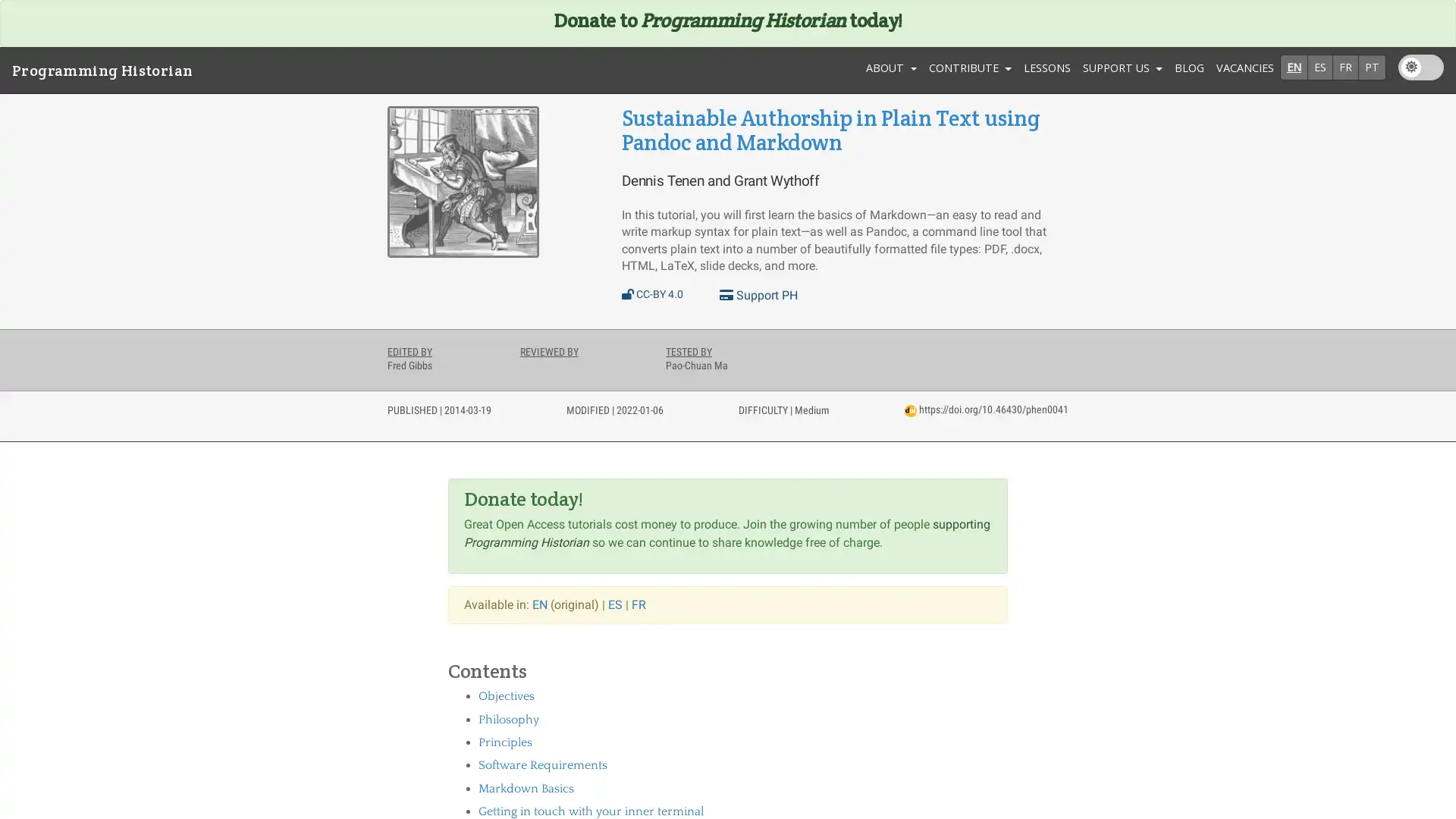  I want to click on PT, so click(1372, 66).